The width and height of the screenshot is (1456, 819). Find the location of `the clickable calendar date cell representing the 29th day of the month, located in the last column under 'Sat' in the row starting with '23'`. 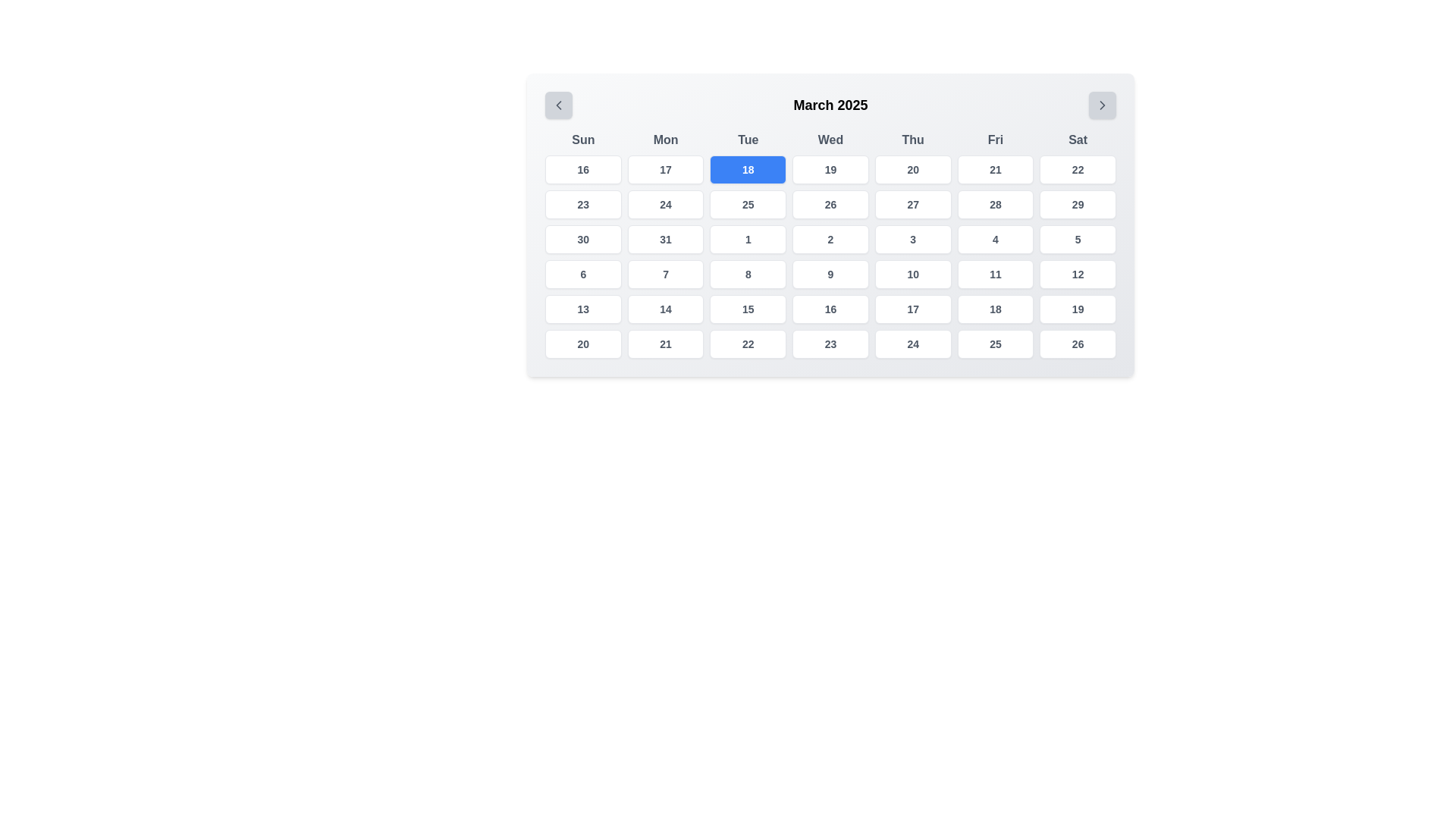

the clickable calendar date cell representing the 29th day of the month, located in the last column under 'Sat' in the row starting with '23' is located at coordinates (1077, 205).